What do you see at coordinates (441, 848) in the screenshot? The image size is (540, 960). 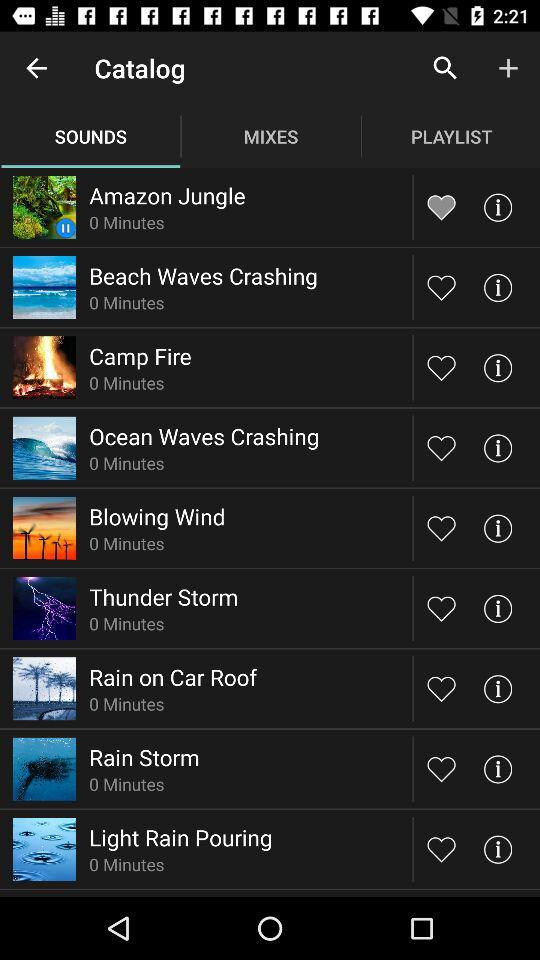 I see `like song` at bounding box center [441, 848].